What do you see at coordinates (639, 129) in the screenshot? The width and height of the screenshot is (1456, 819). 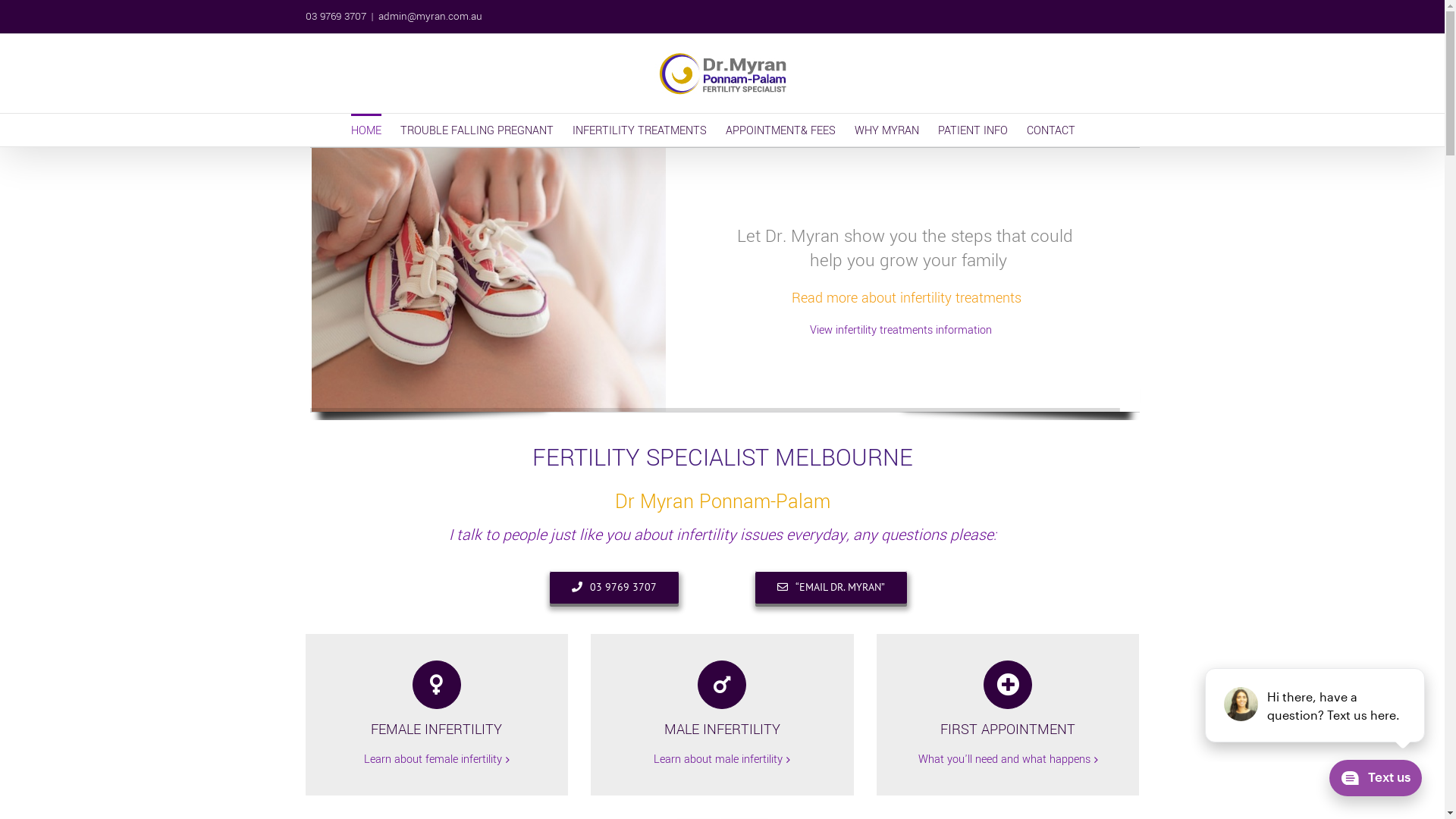 I see `'INFERTILITY TREATMENTS'` at bounding box center [639, 129].